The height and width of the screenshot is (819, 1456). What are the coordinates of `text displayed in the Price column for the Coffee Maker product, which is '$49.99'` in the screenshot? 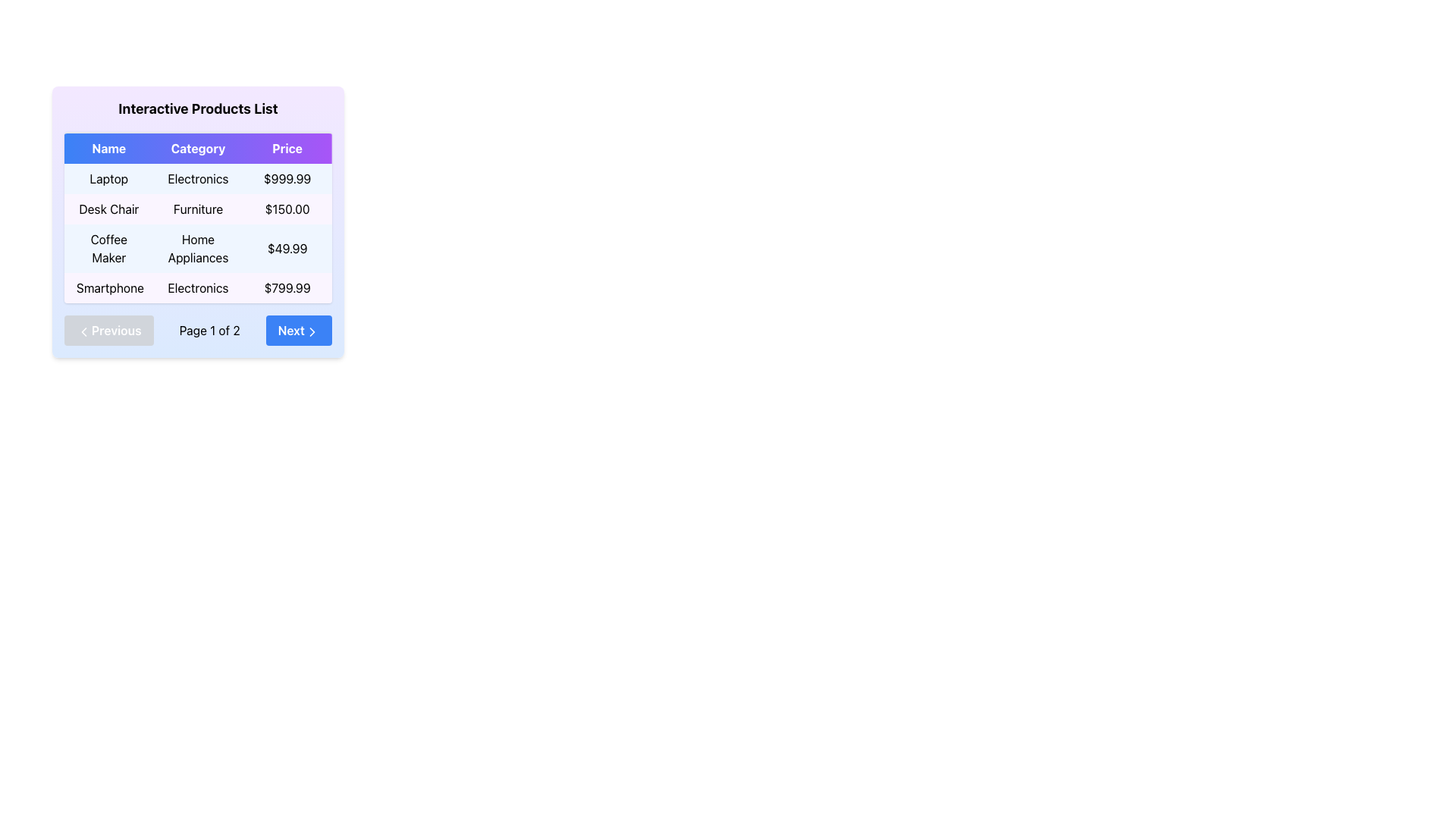 It's located at (287, 247).